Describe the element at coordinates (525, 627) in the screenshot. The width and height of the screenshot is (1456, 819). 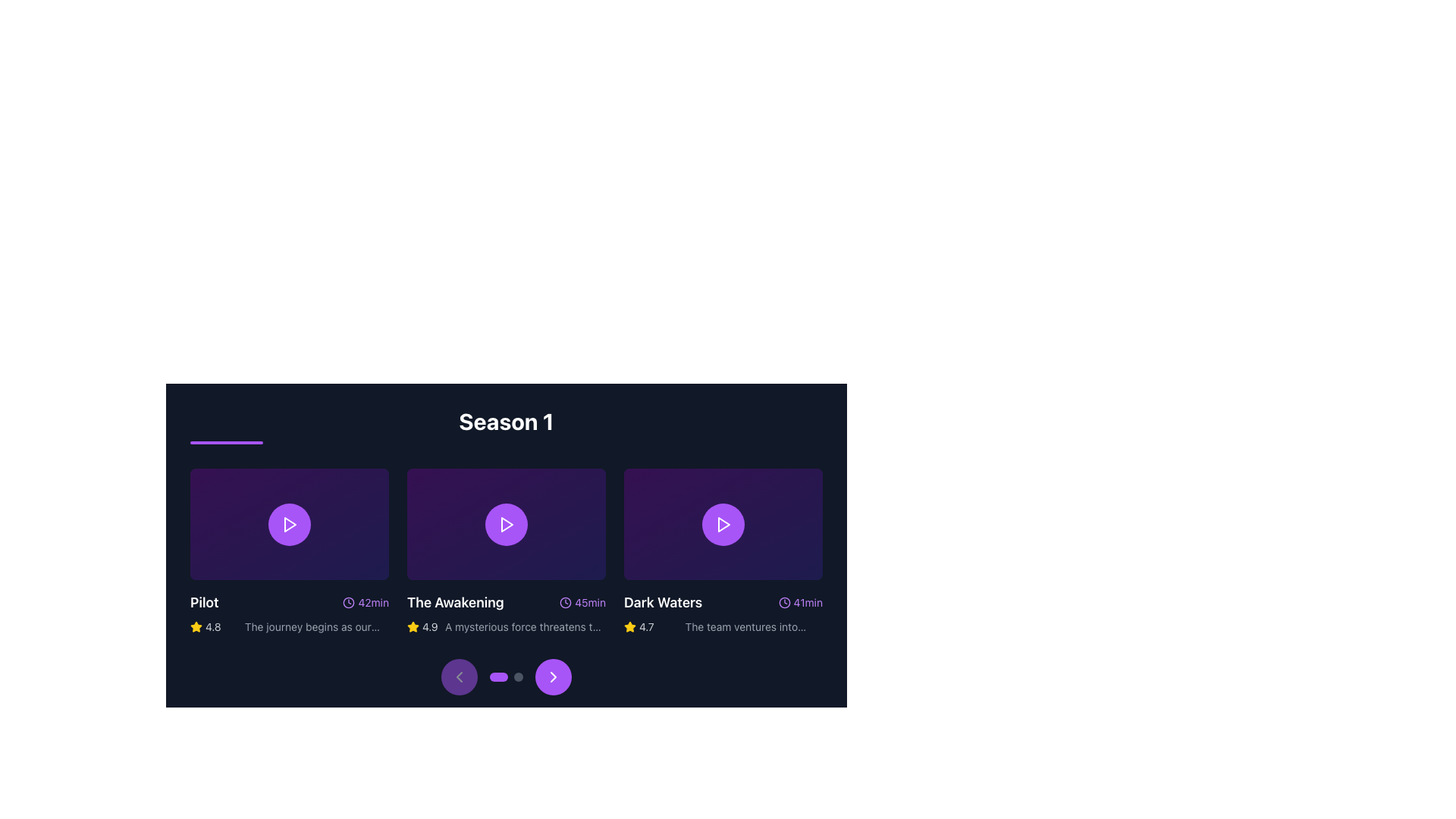
I see `text label located at the bottom of the second episode card, which is directly below a yellow star icon and a rating value of '4.9'` at that location.